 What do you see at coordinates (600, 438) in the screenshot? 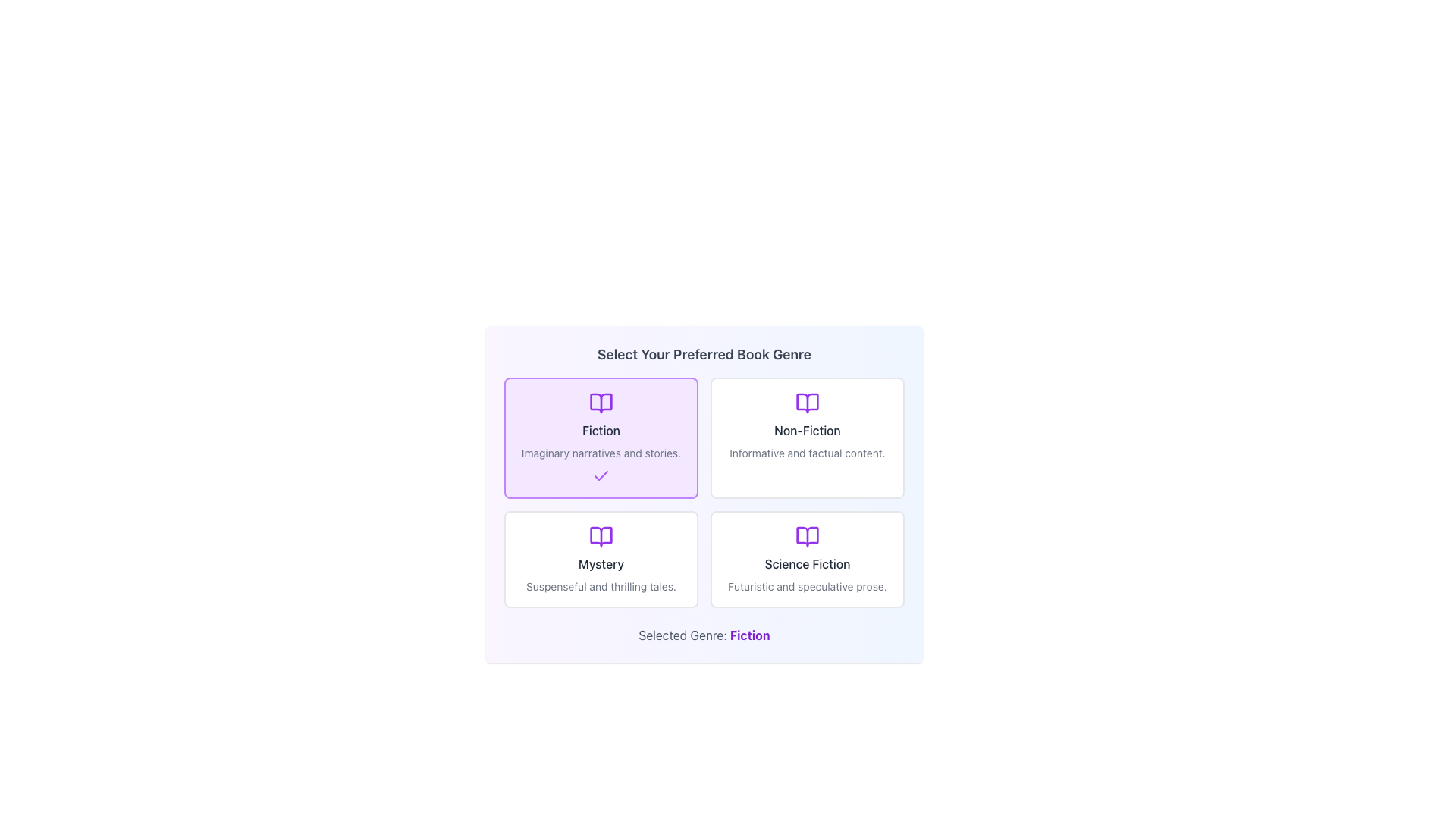
I see `the 'Fiction' selectable card with a soft purple background, which includes an open book icon, bold 'Fiction' text, and a purple checkmark icon at the bottom to confirm selection` at bounding box center [600, 438].